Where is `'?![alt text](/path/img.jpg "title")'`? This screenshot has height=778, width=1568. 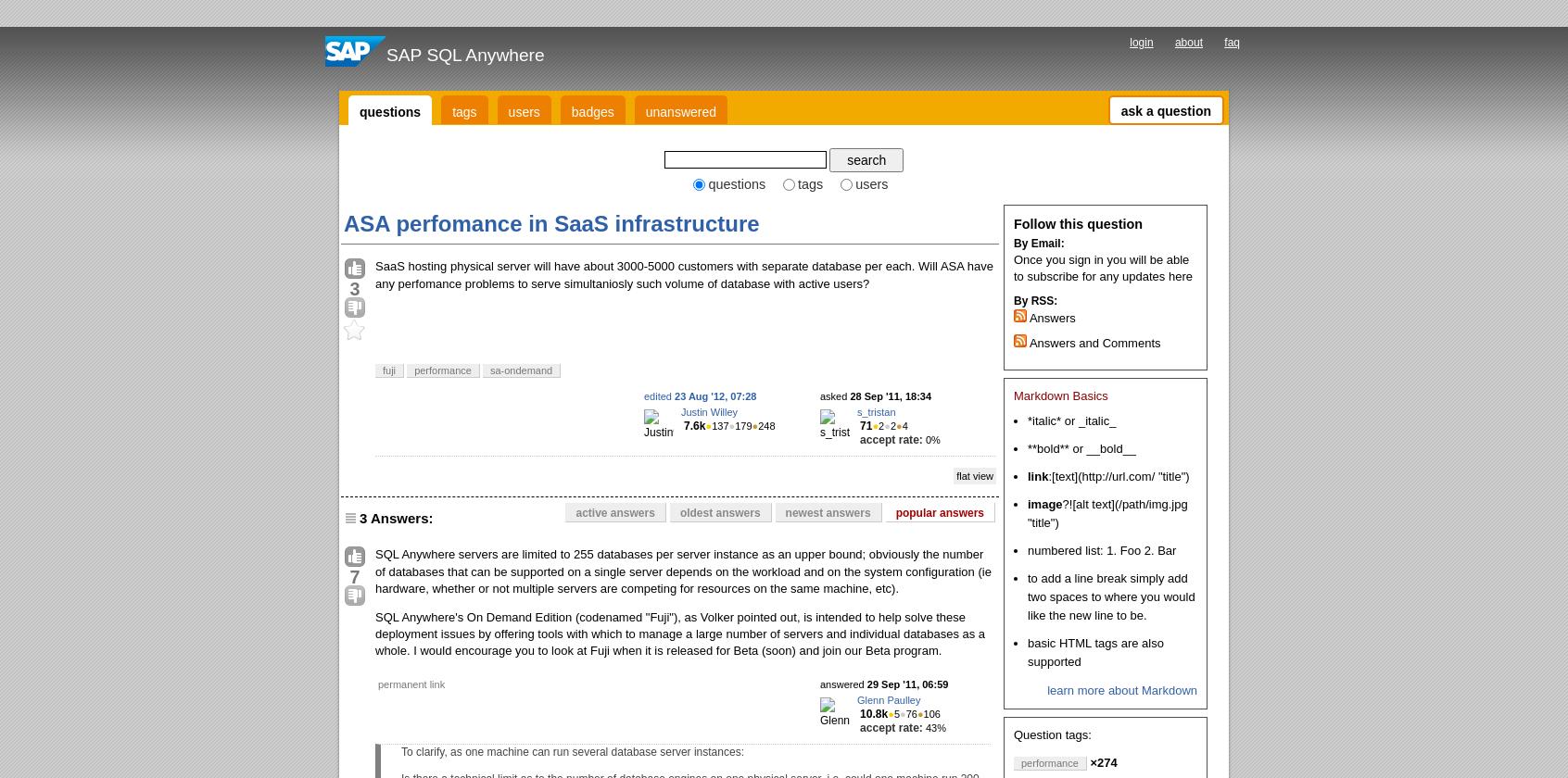
'?![alt text](/path/img.jpg "title")' is located at coordinates (1106, 512).